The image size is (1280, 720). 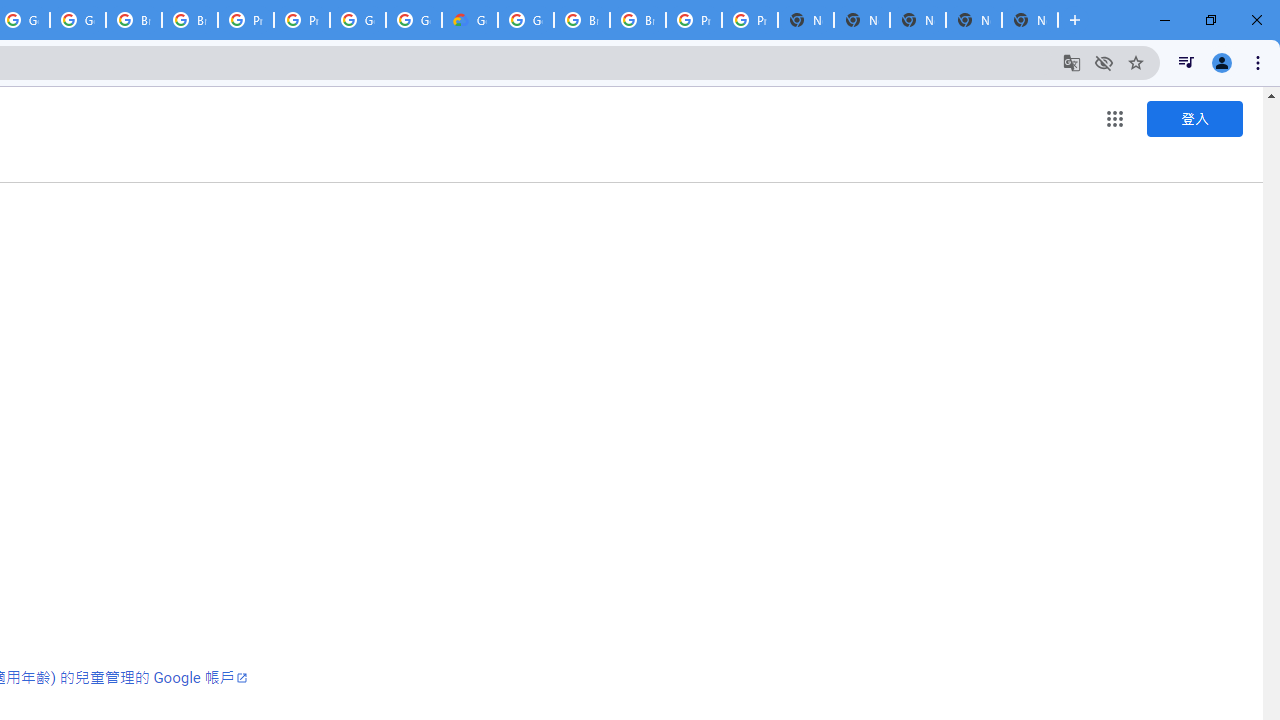 I want to click on 'Google Cloud Platform', so click(x=526, y=20).